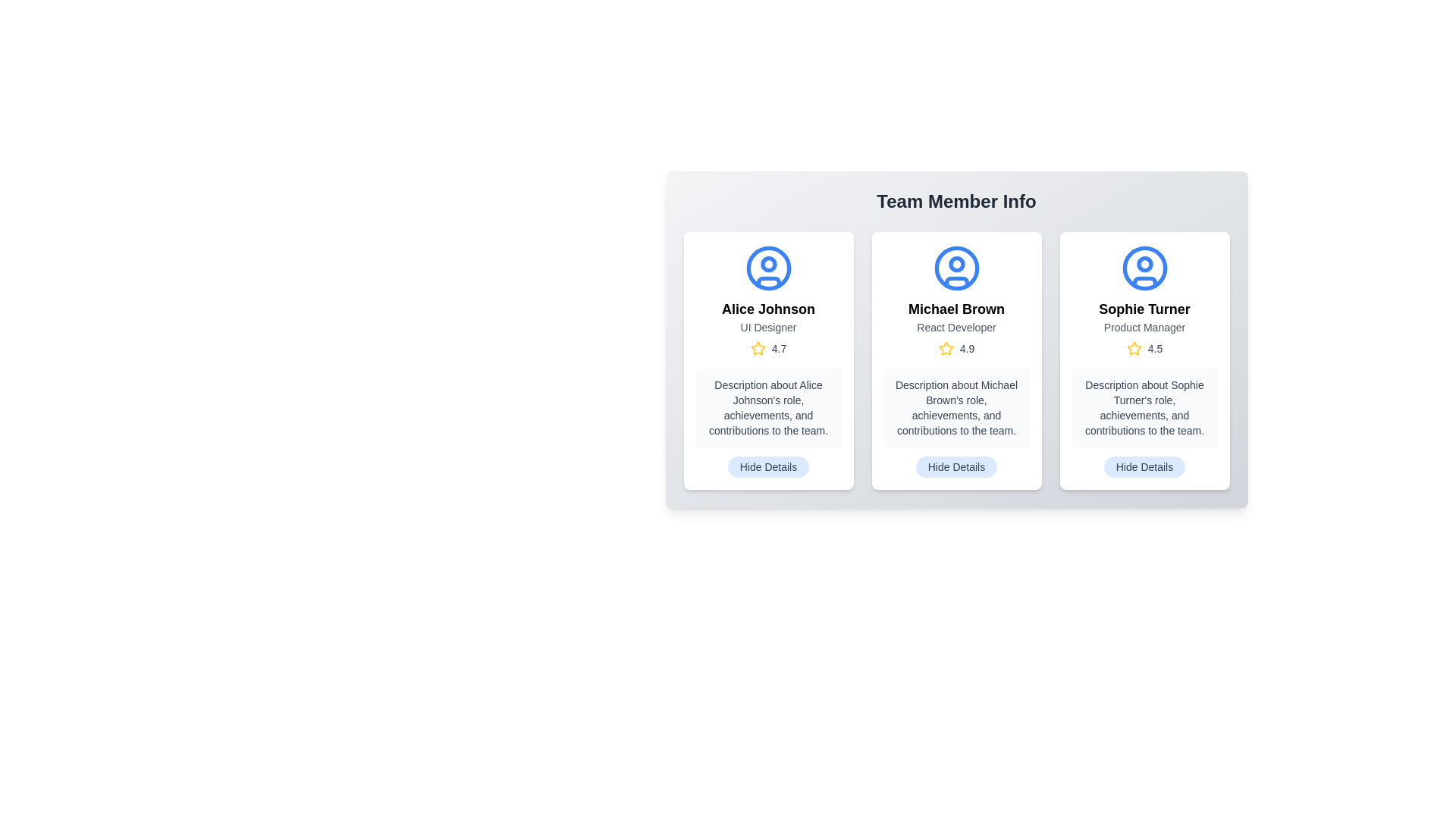 The width and height of the screenshot is (1456, 819). Describe the element at coordinates (768, 406) in the screenshot. I see `text contained within the text block about Alice Johnson's role, achievements, and contributions to the team, which is styled with a light gray background and rounded corners, located below the rating information and above the 'Hide Details' button` at that location.